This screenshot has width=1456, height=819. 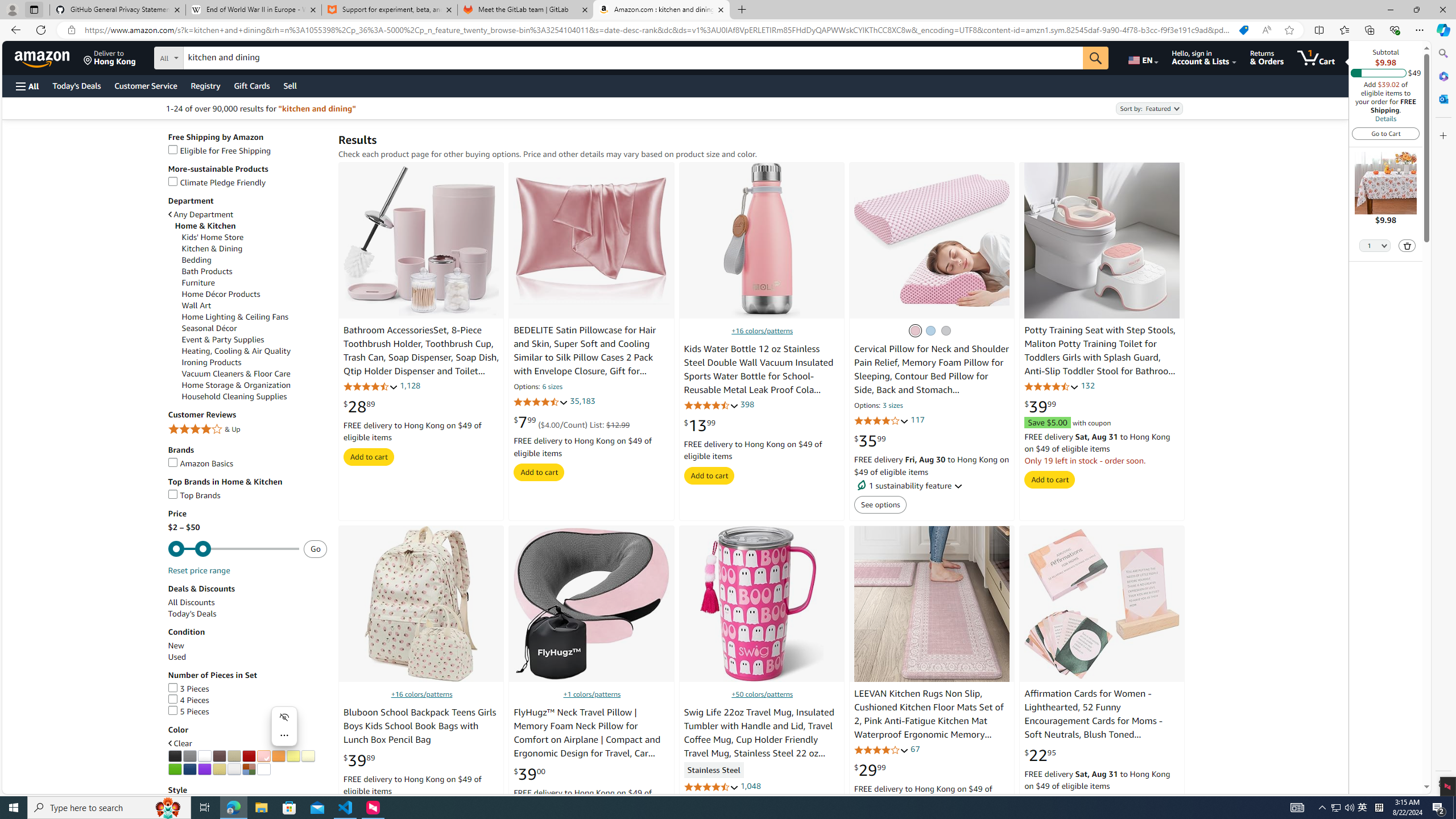 What do you see at coordinates (174, 755) in the screenshot?
I see `'Black'` at bounding box center [174, 755].